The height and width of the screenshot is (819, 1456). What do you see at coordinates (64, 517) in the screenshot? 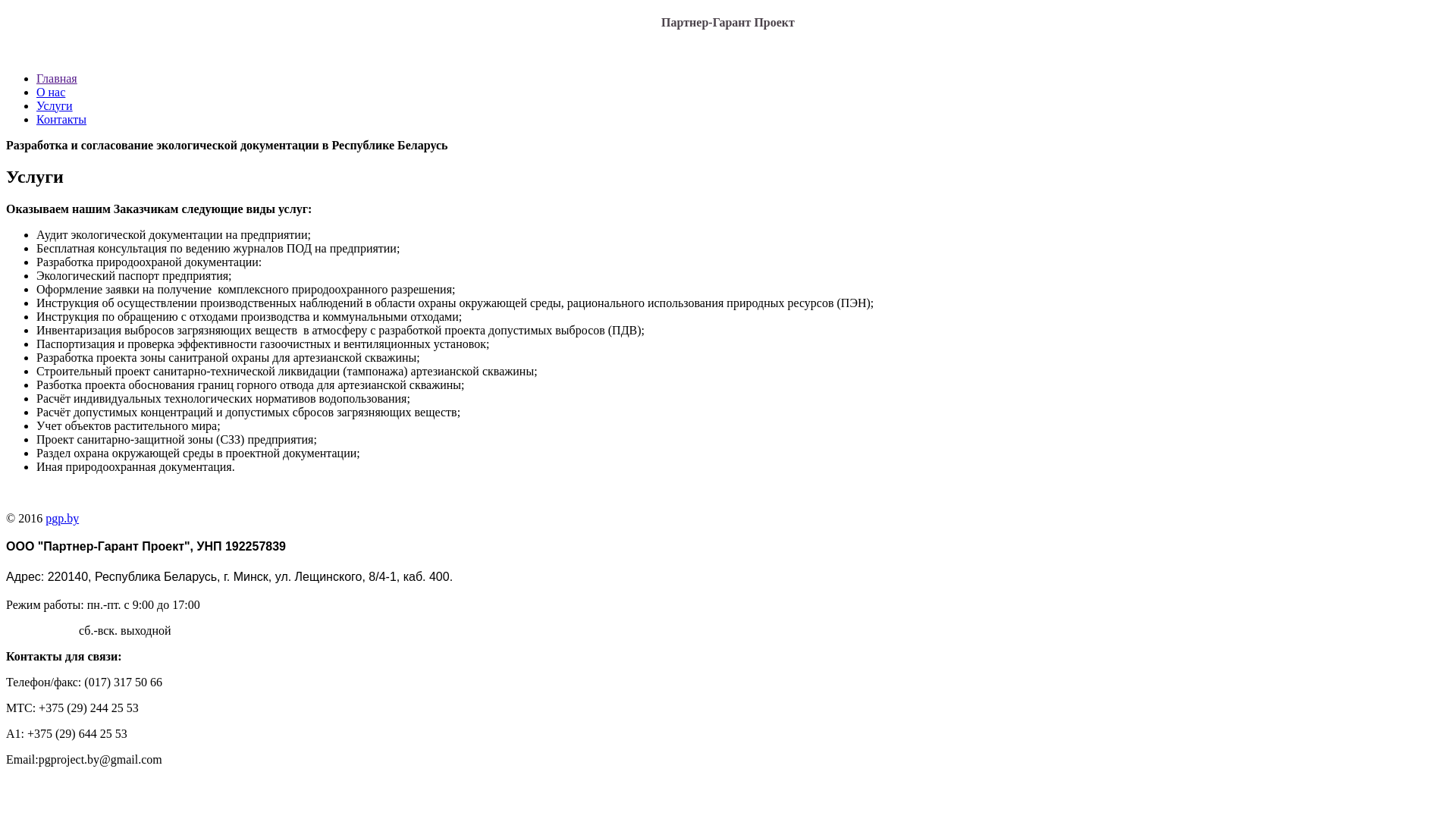
I see `'gp.by'` at bounding box center [64, 517].